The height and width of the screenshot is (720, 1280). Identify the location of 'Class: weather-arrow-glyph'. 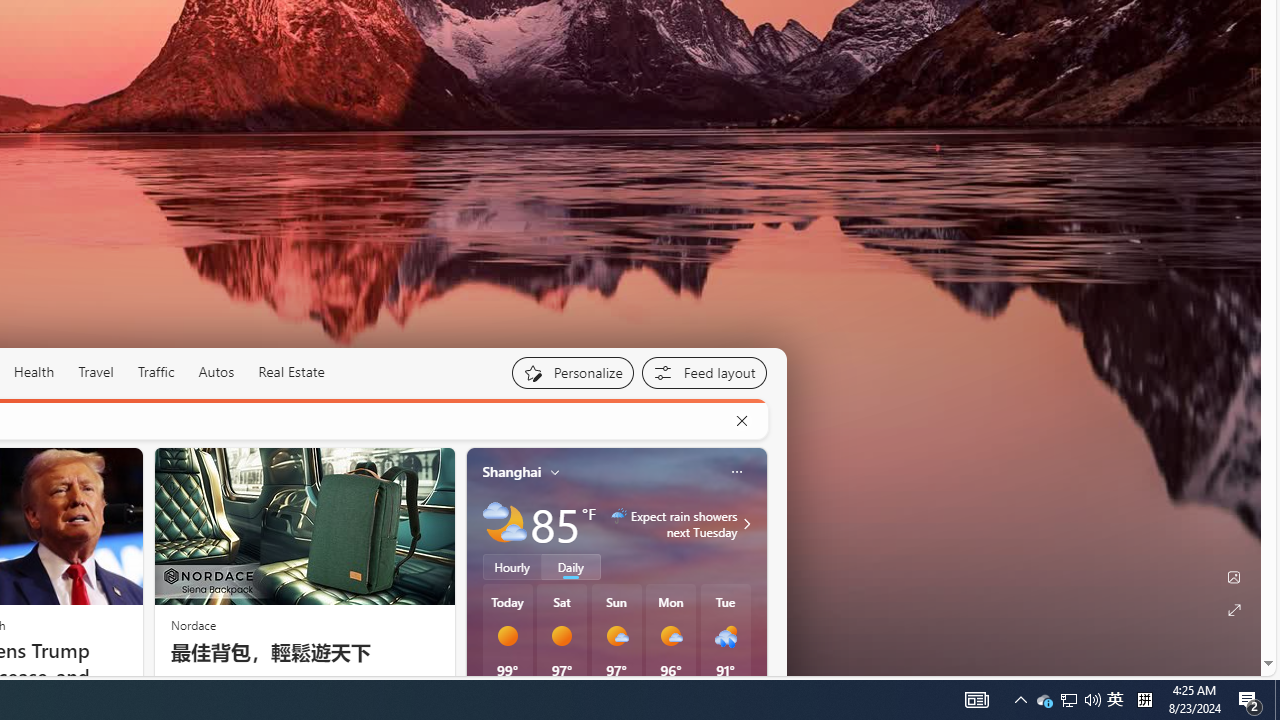
(745, 522).